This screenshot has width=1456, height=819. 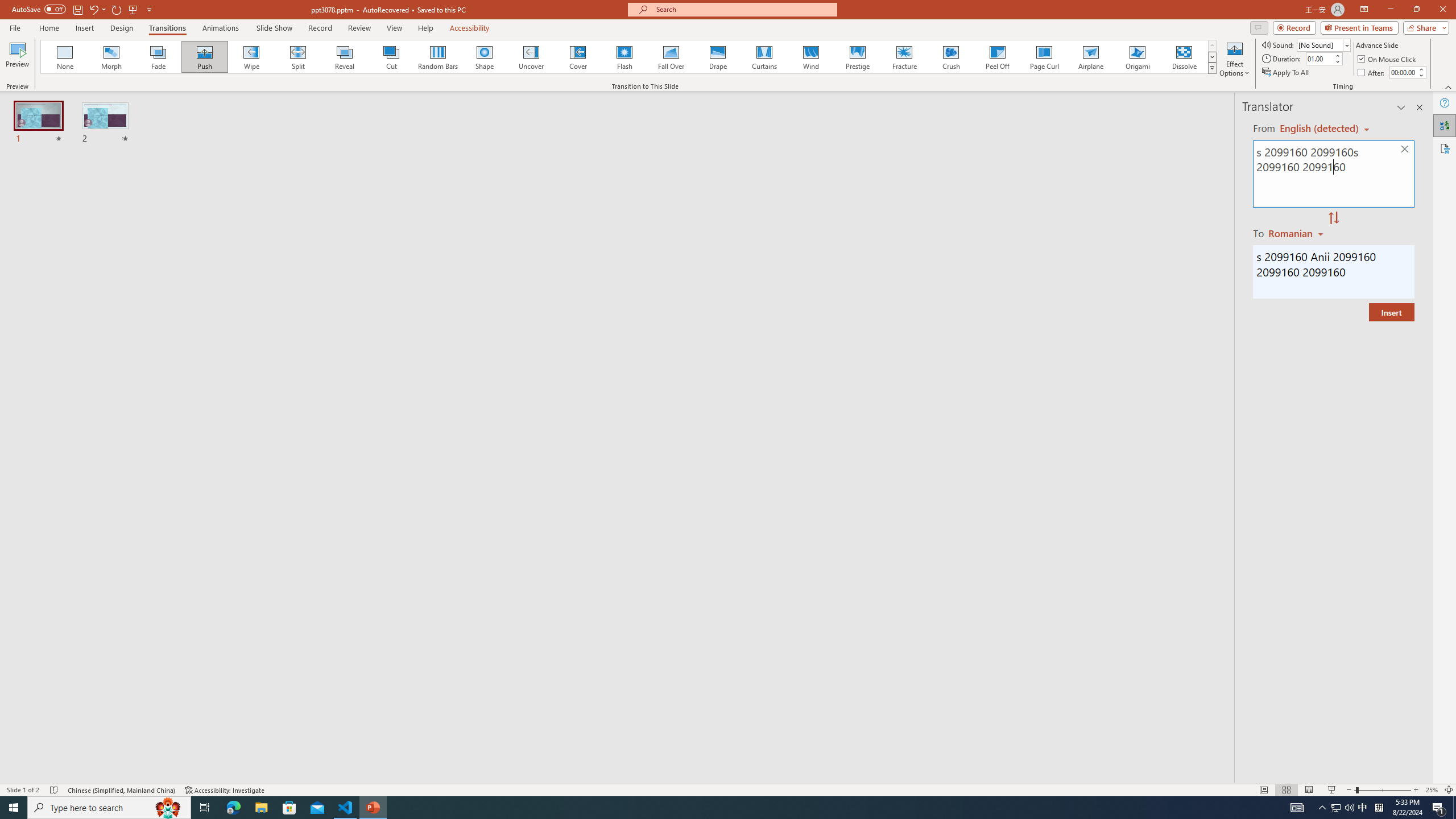 What do you see at coordinates (531, 56) in the screenshot?
I see `'Uncover'` at bounding box center [531, 56].